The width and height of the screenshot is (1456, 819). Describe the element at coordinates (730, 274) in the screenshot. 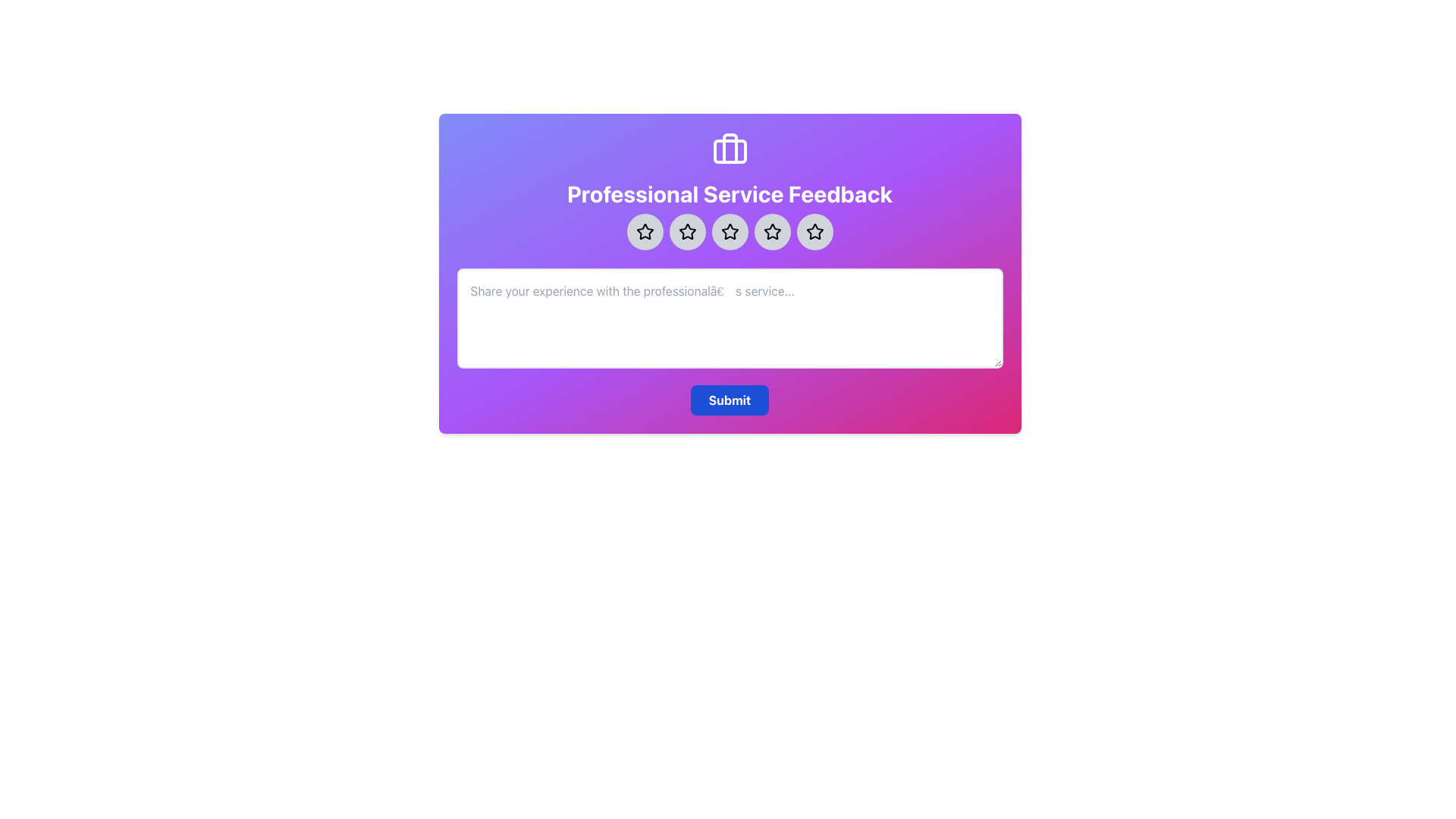

I see `inside the feedback text area of the feedback collection component to type your feedback` at that location.